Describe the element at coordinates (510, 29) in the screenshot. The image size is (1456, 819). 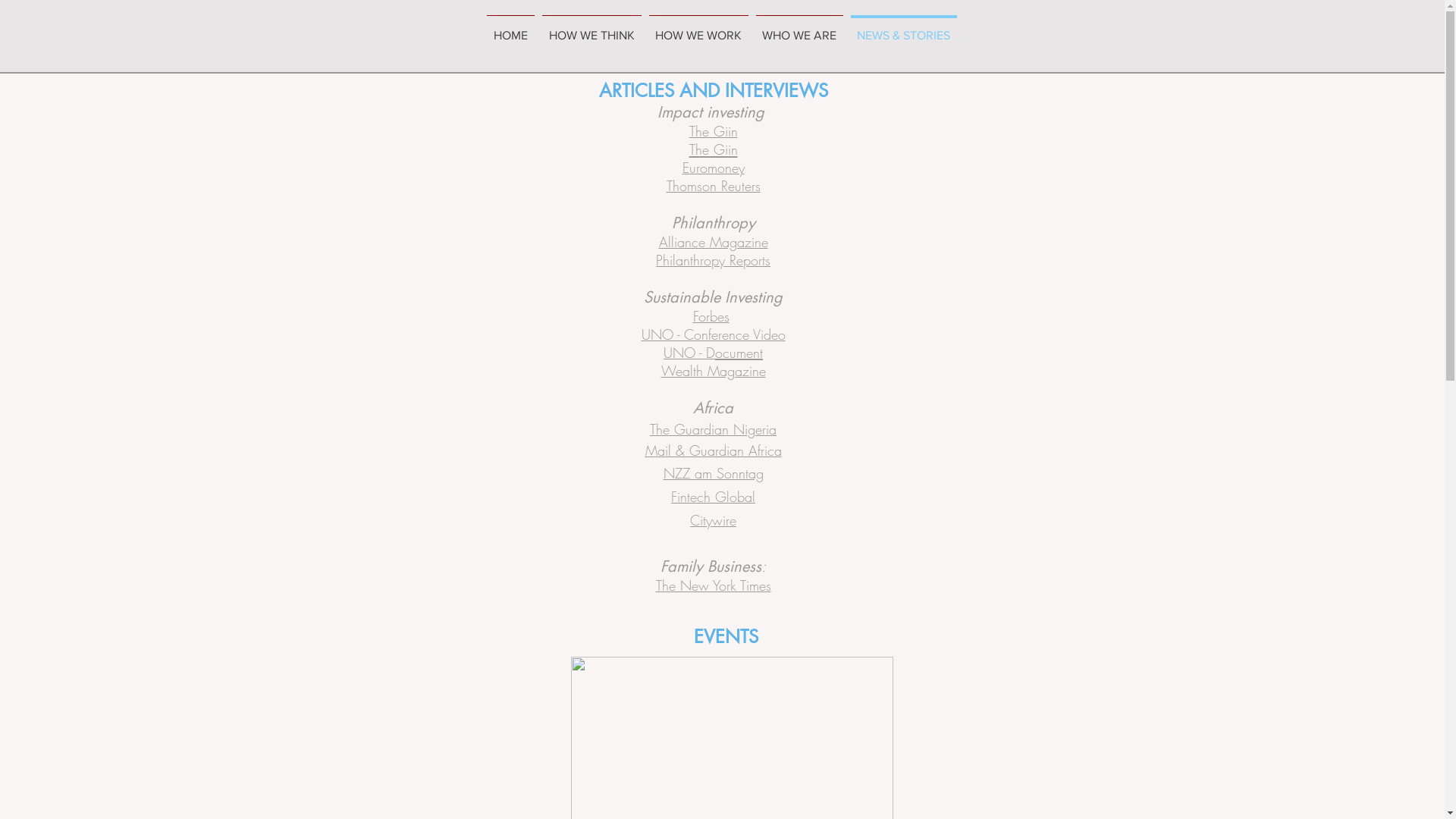
I see `'HOME'` at that location.